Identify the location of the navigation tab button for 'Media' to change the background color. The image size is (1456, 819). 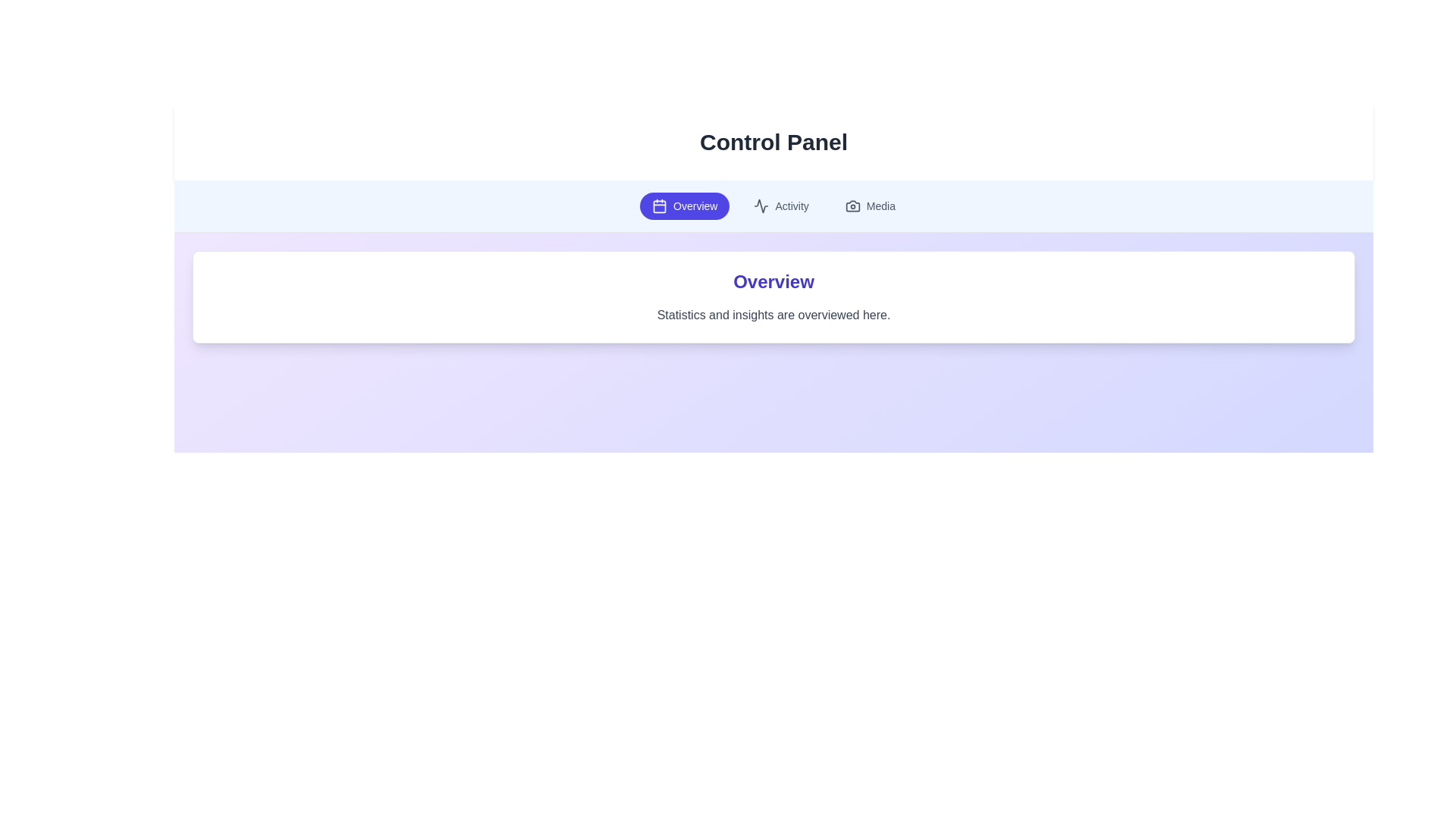
(870, 206).